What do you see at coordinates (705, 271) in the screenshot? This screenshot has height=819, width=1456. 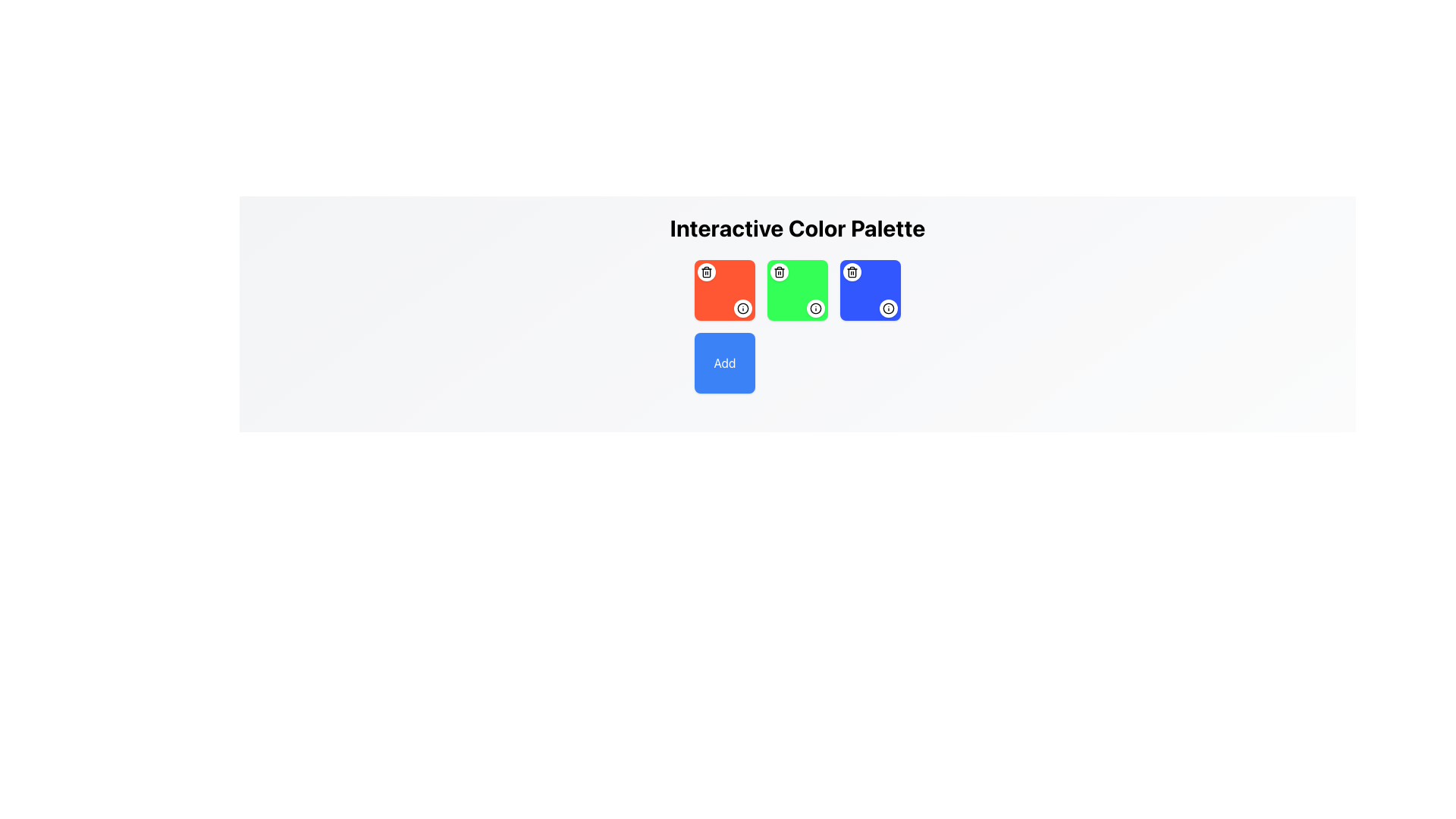 I see `the delete button located in the top-left corner of the red square in the 'Interactive Color Palette'` at bounding box center [705, 271].